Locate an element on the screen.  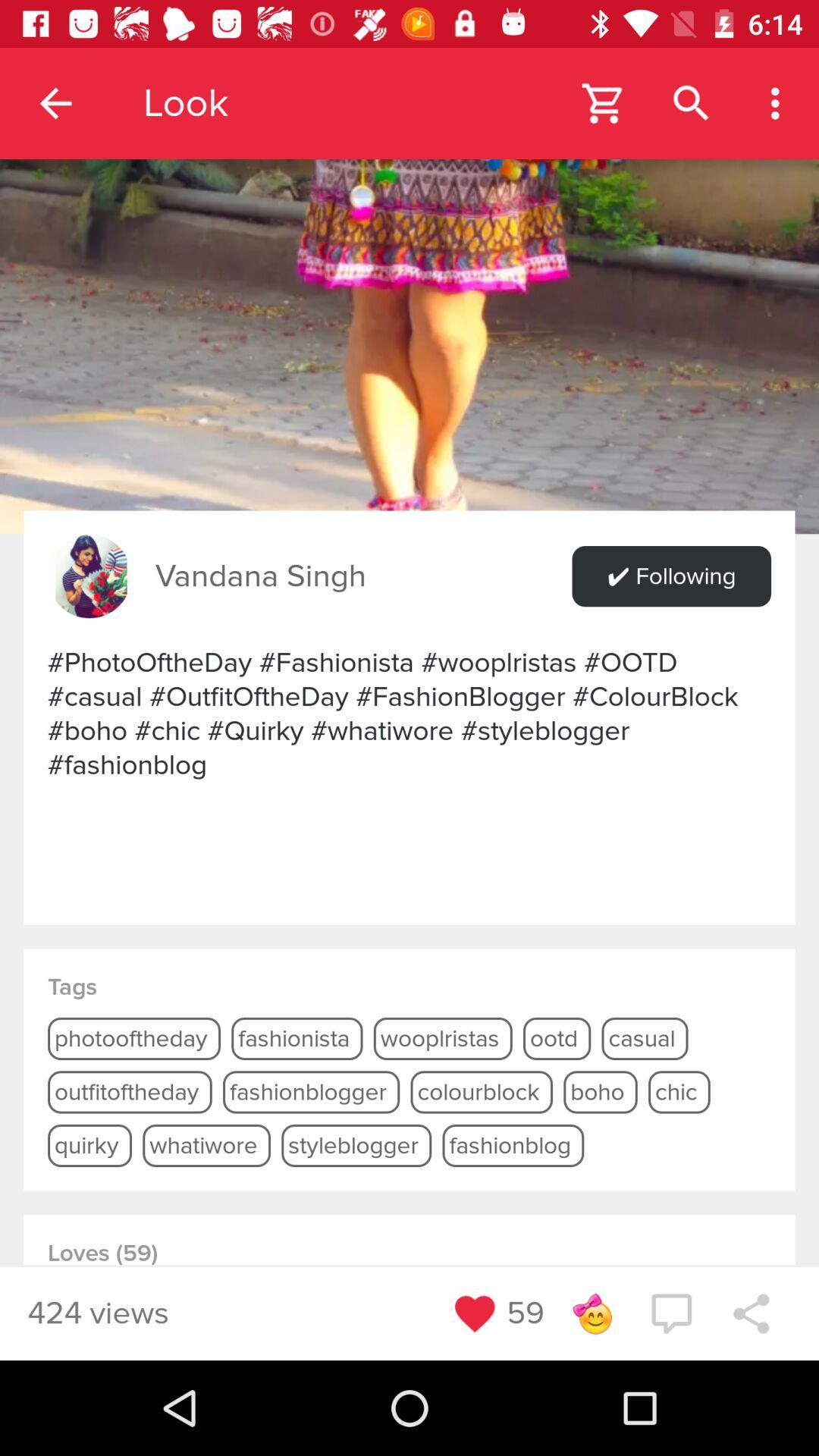
the chat icon is located at coordinates (670, 1313).